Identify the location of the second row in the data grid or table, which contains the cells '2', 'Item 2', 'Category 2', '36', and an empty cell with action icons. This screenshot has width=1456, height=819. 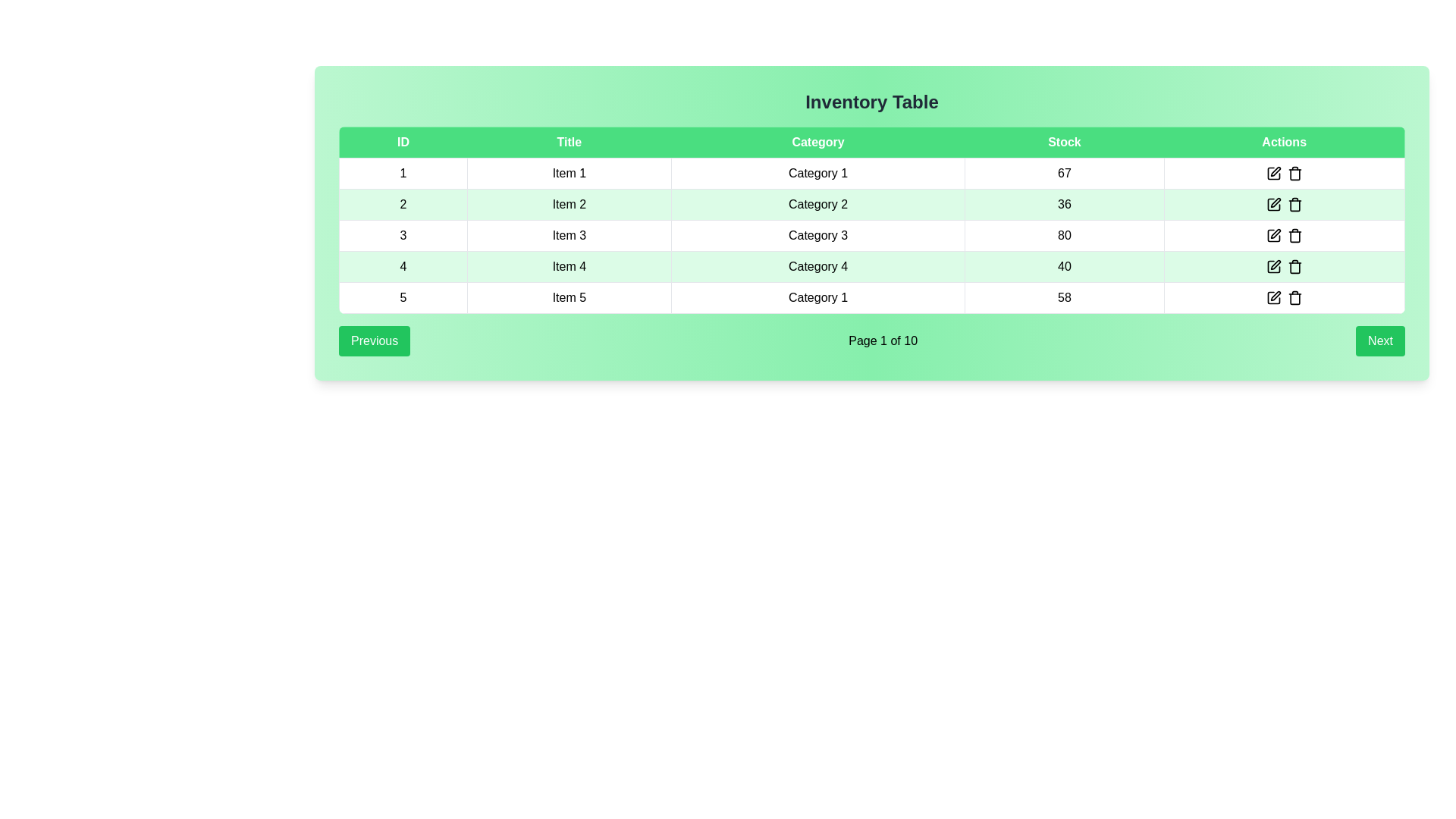
(872, 205).